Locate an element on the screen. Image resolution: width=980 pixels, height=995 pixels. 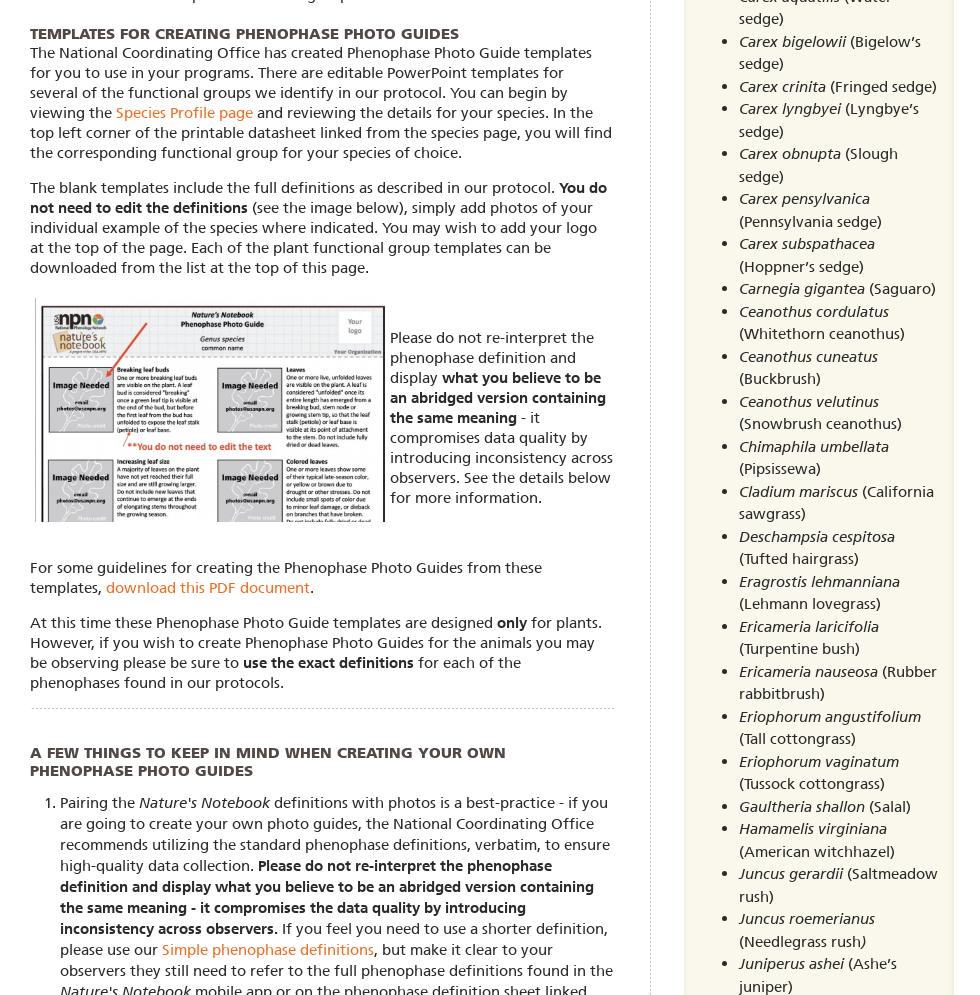
'Deschampsia cespitosa' is located at coordinates (816, 536).